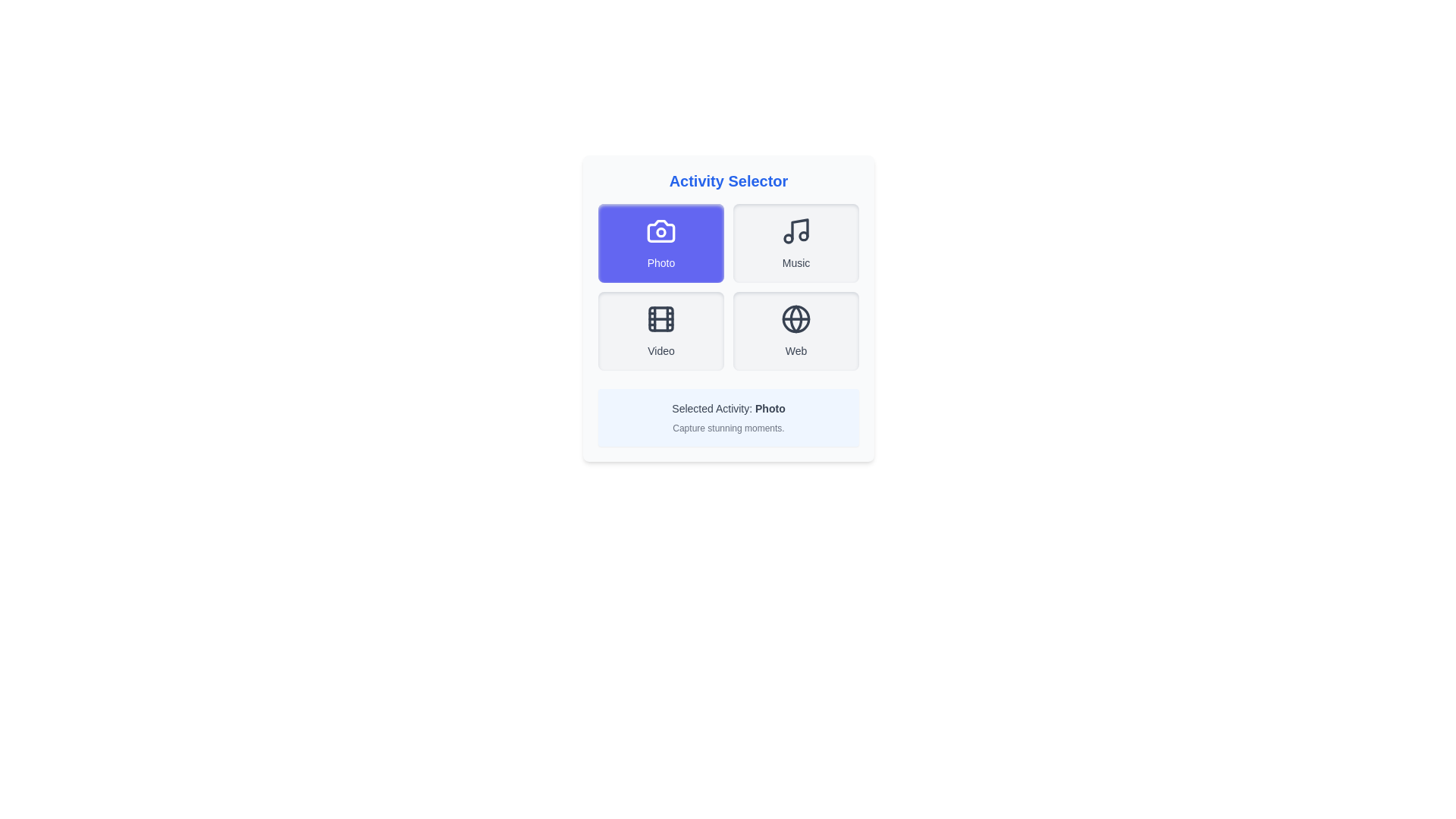 The image size is (1456, 819). Describe the element at coordinates (661, 318) in the screenshot. I see `the icon representing the 'Video' activity` at that location.